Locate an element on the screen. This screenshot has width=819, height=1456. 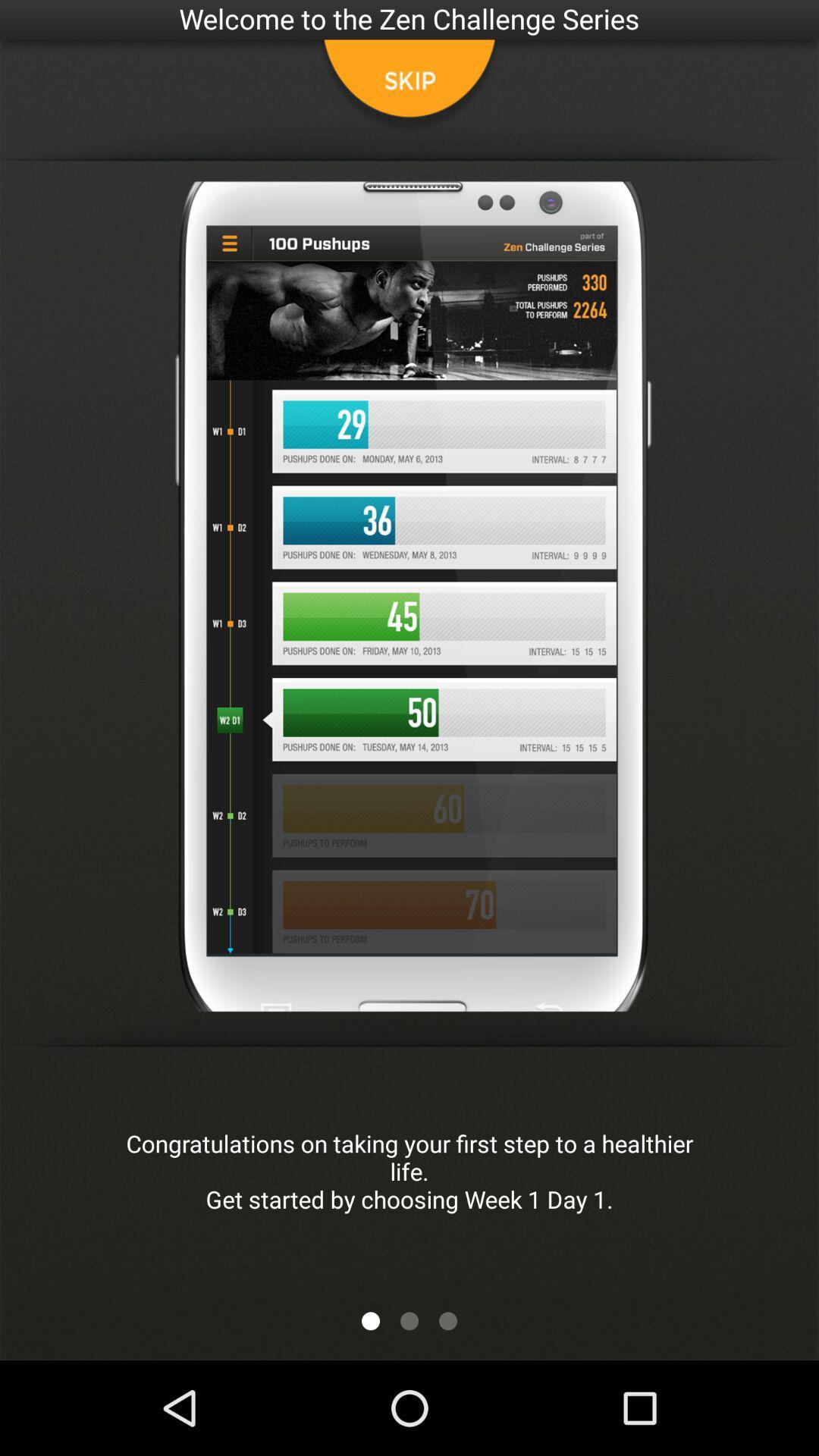
the app below congratulations on taking icon is located at coordinates (371, 1320).